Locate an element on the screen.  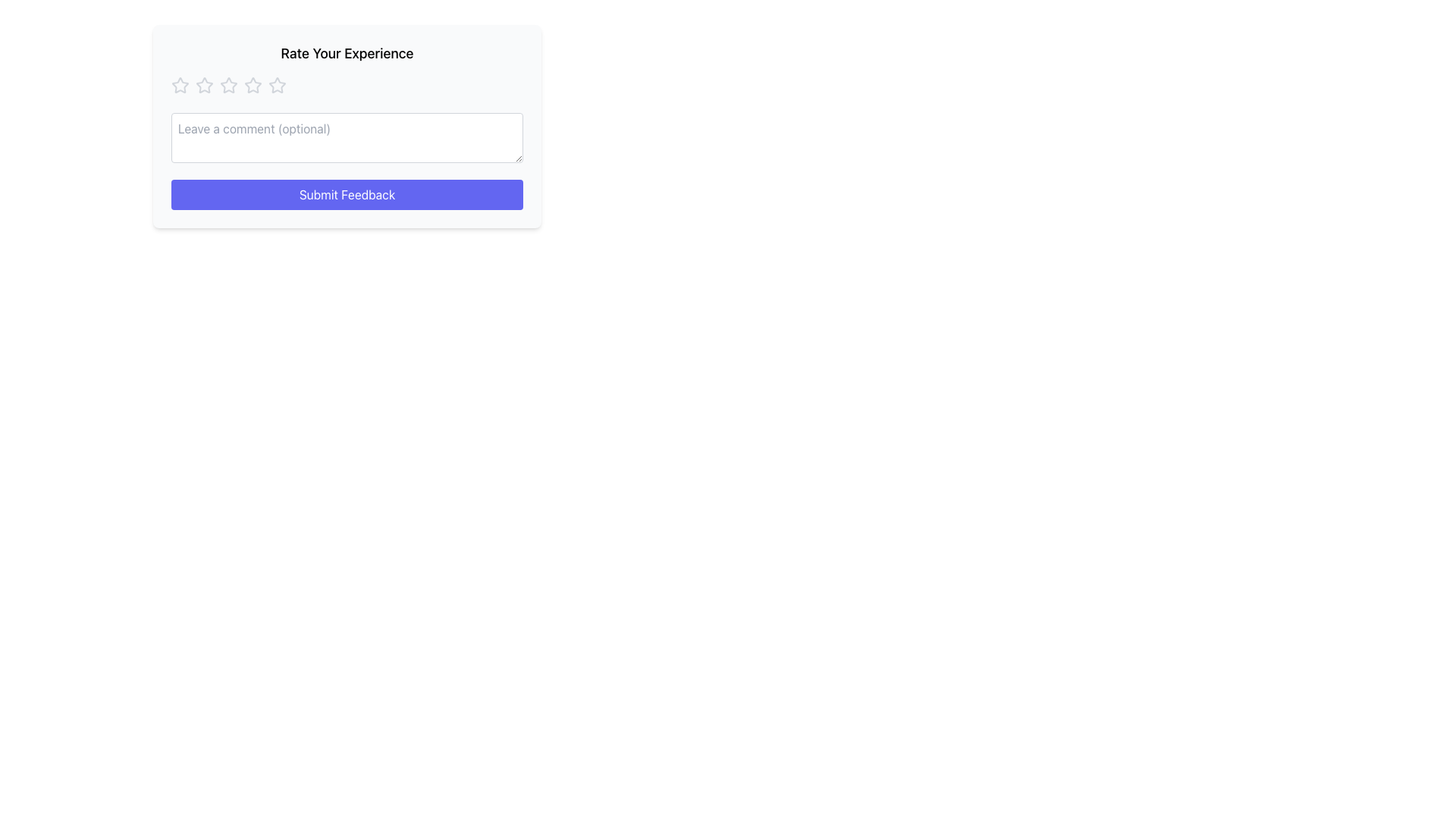
the submit button located centrally at the bottom of the light gray feedback panel is located at coordinates (346, 194).